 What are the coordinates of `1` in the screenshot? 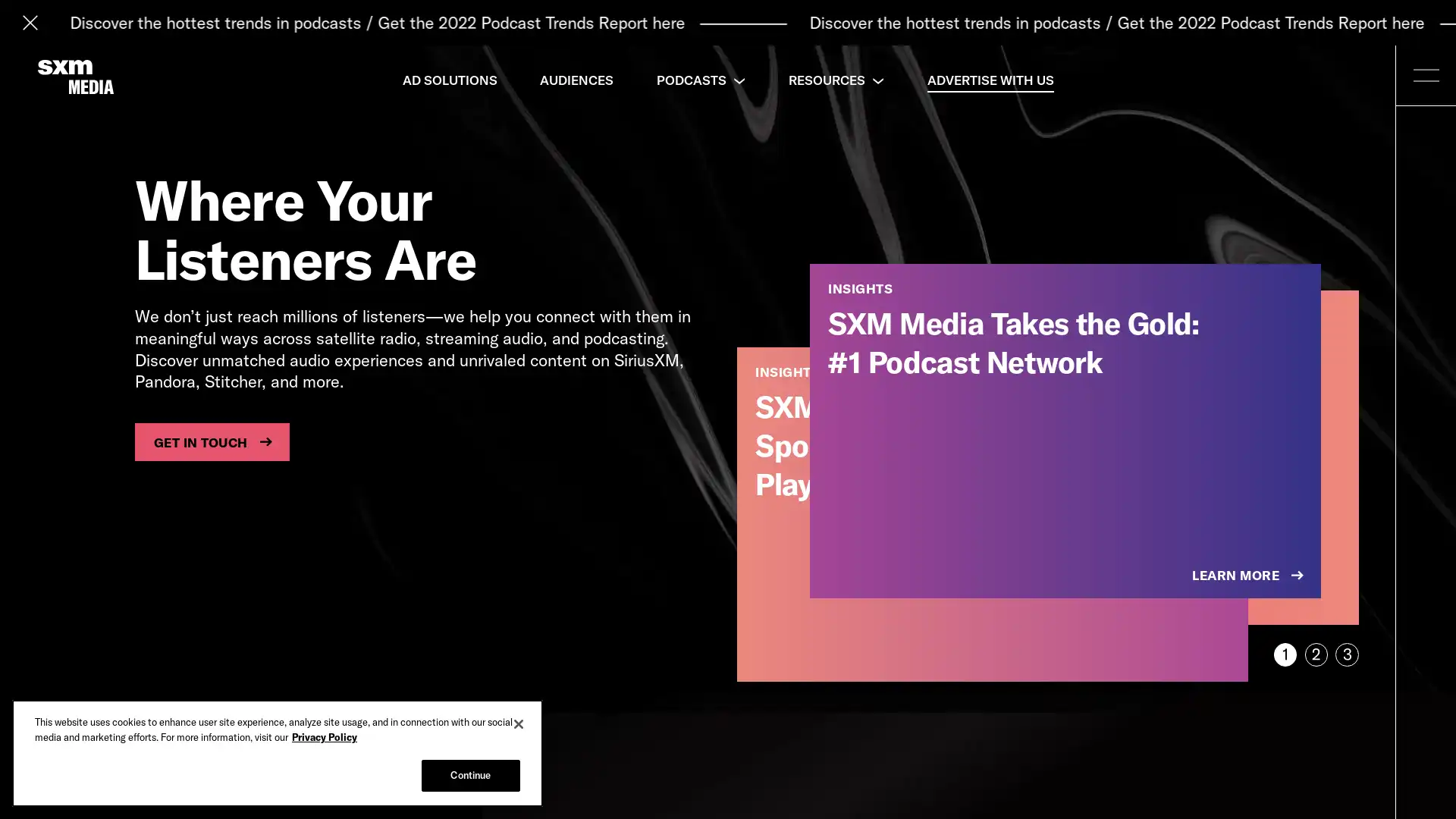 It's located at (1284, 654).